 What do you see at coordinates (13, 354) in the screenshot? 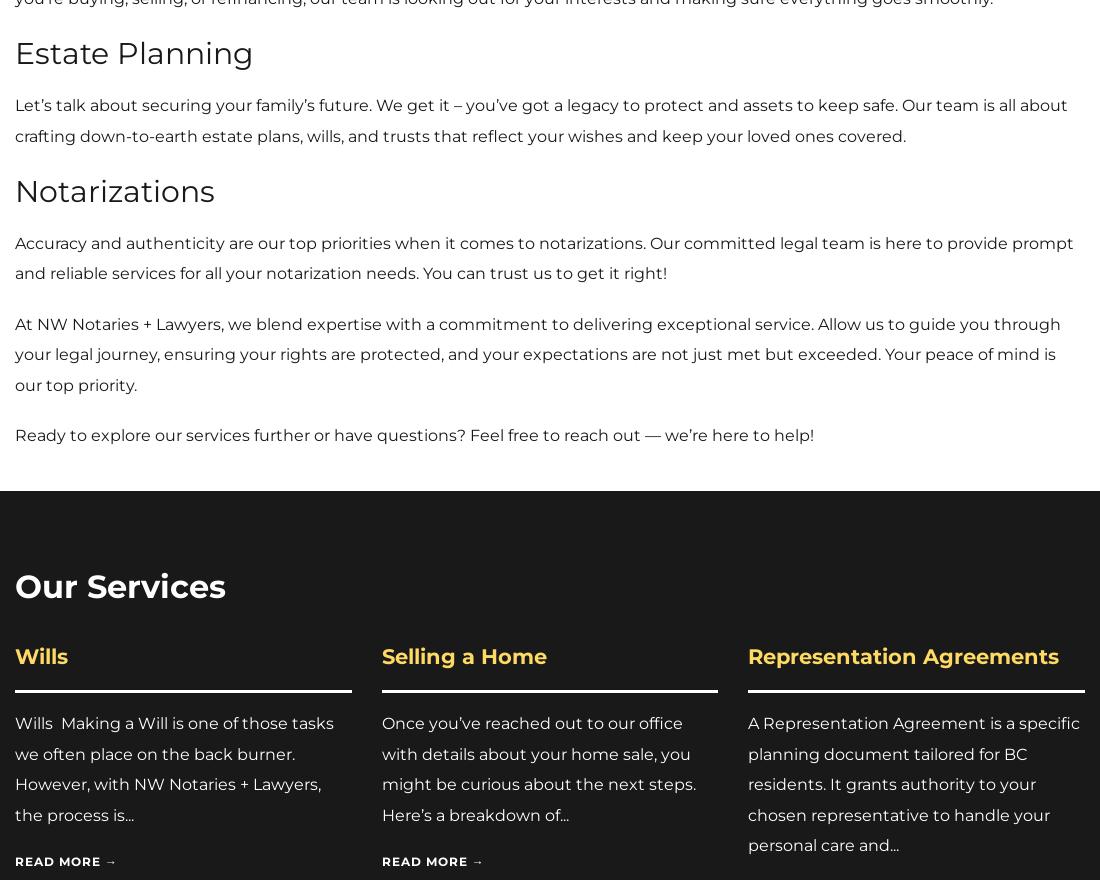
I see `'At NW Notaries + Lawyers, we blend expertise with a commitment to delivering exceptional service. Allow us to guide you through your legal journey, ensuring your rights are protected, and your expectations are not just met but exceeded. Your peace of mind is our top priority.'` at bounding box center [13, 354].